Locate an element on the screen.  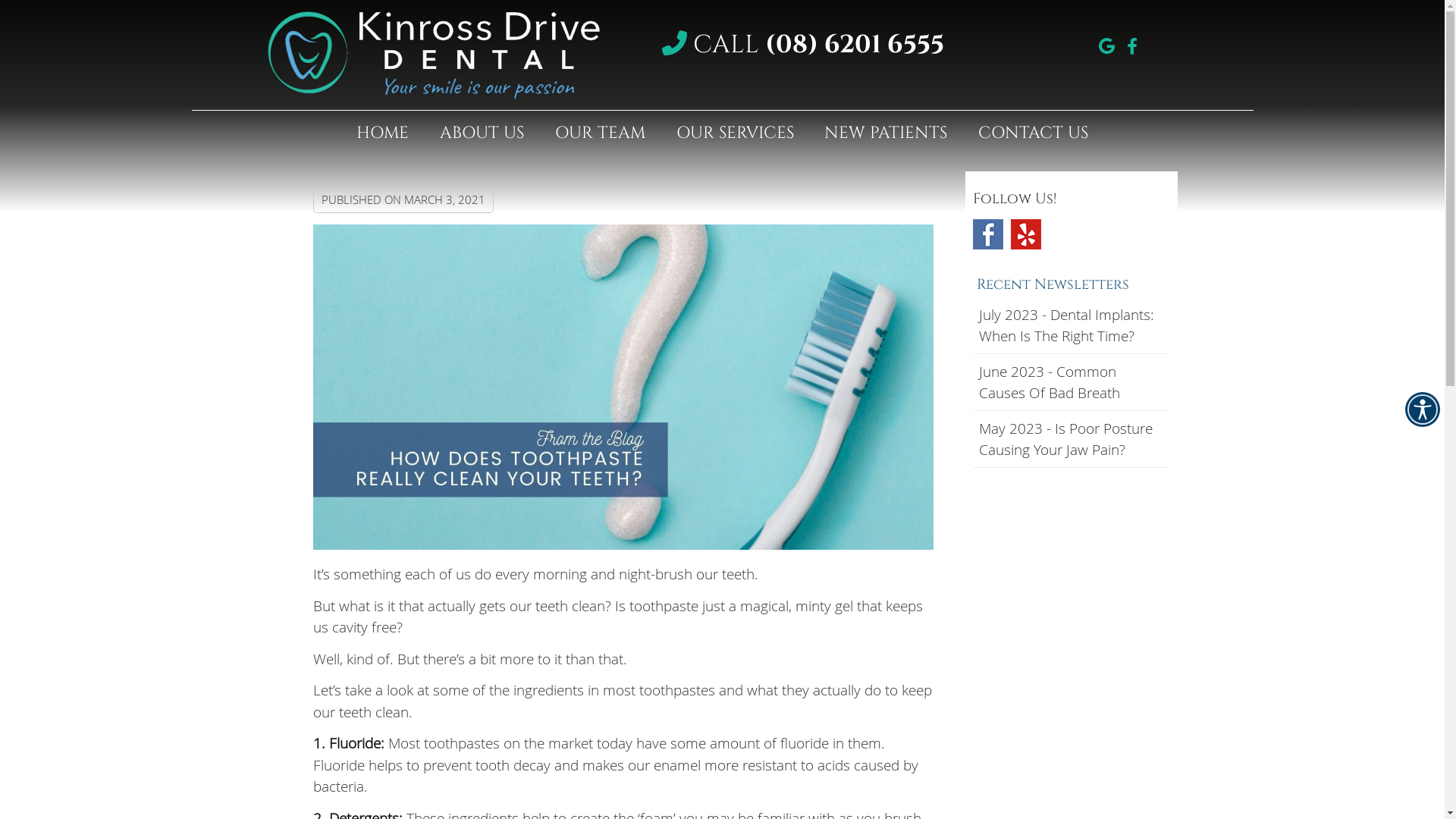
'NEW PATIENTS' is located at coordinates (885, 133).